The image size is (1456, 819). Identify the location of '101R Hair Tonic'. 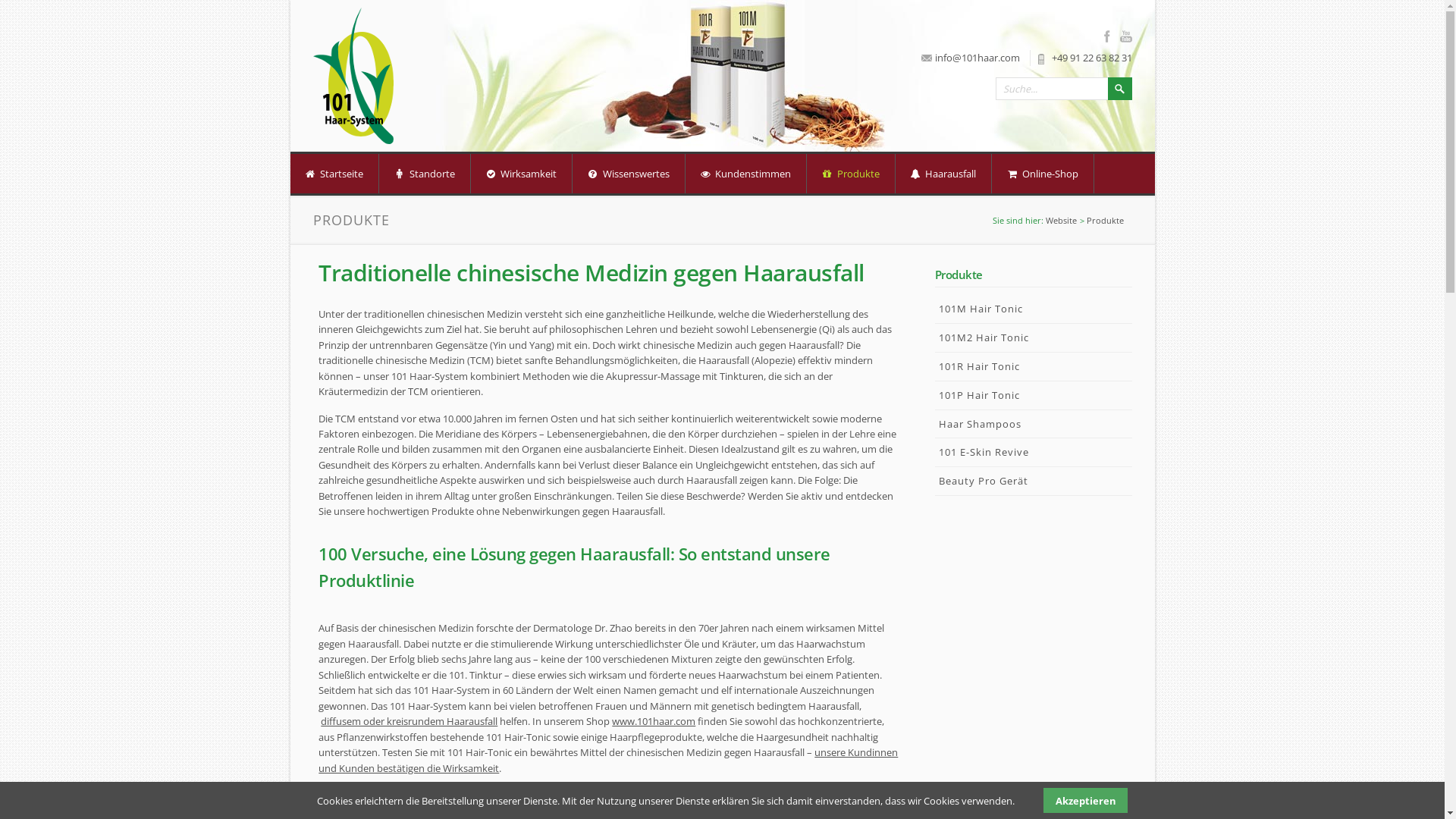
(934, 366).